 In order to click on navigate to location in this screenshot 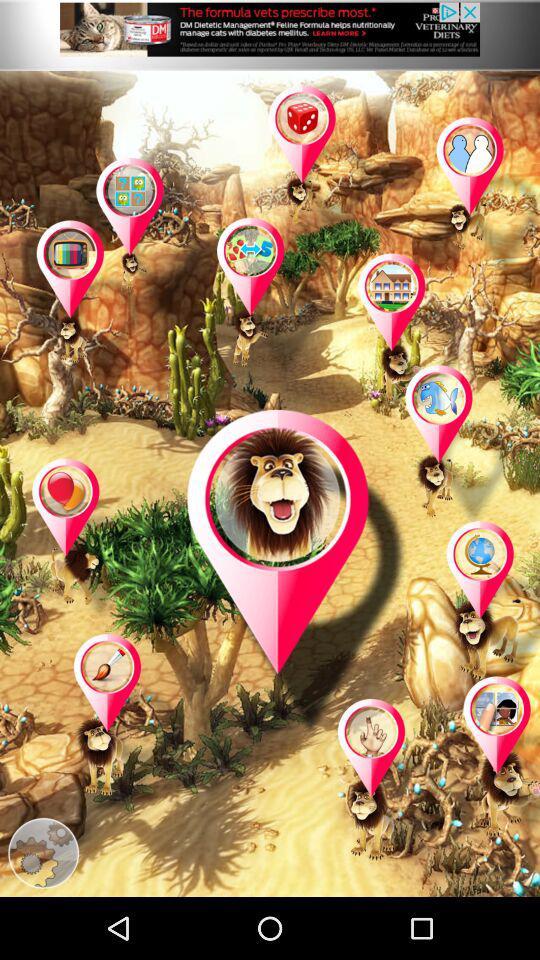, I will do `click(495, 757)`.